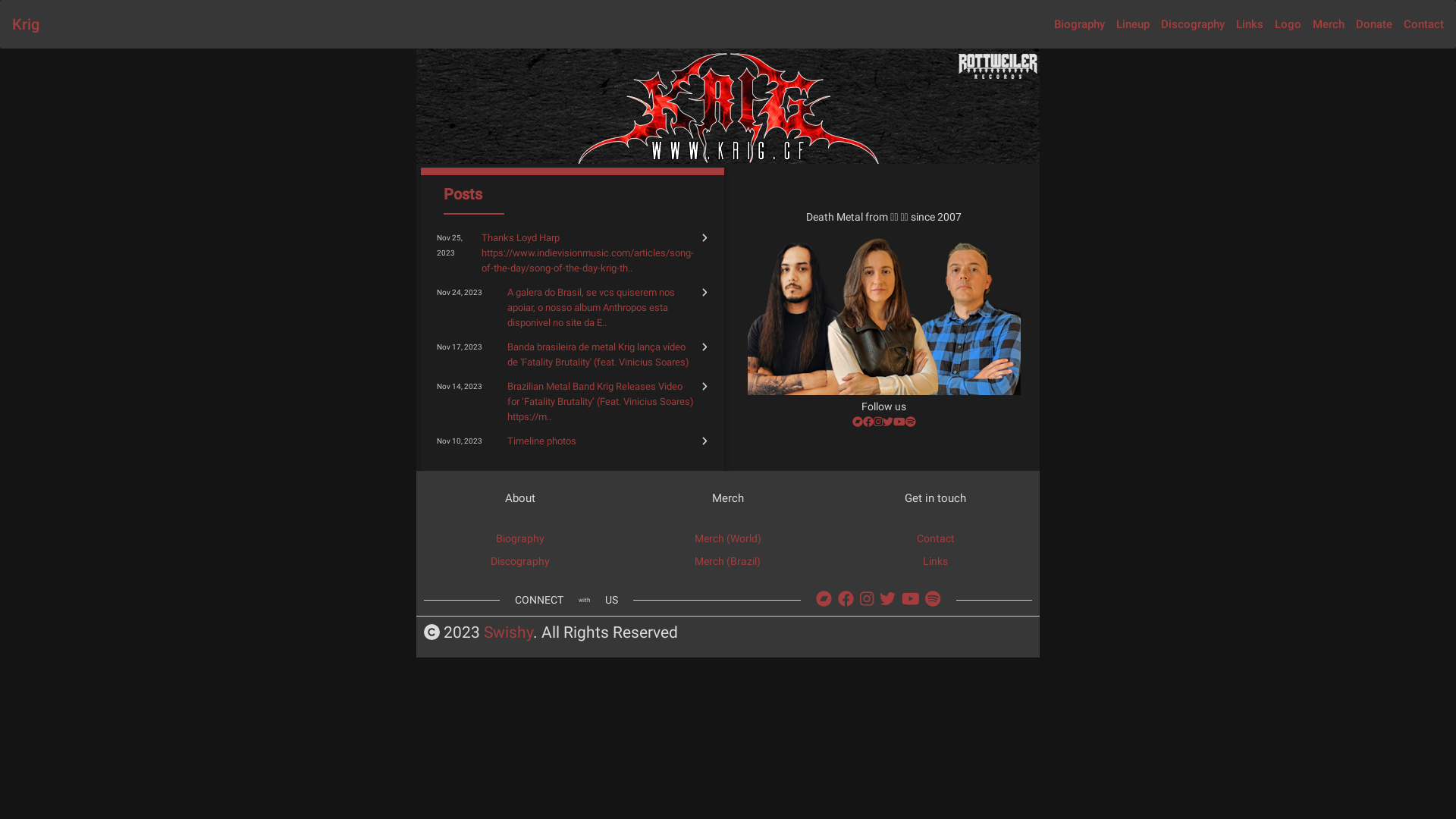 The width and height of the screenshot is (1456, 819). What do you see at coordinates (899, 421) in the screenshot?
I see `'Youtube'` at bounding box center [899, 421].